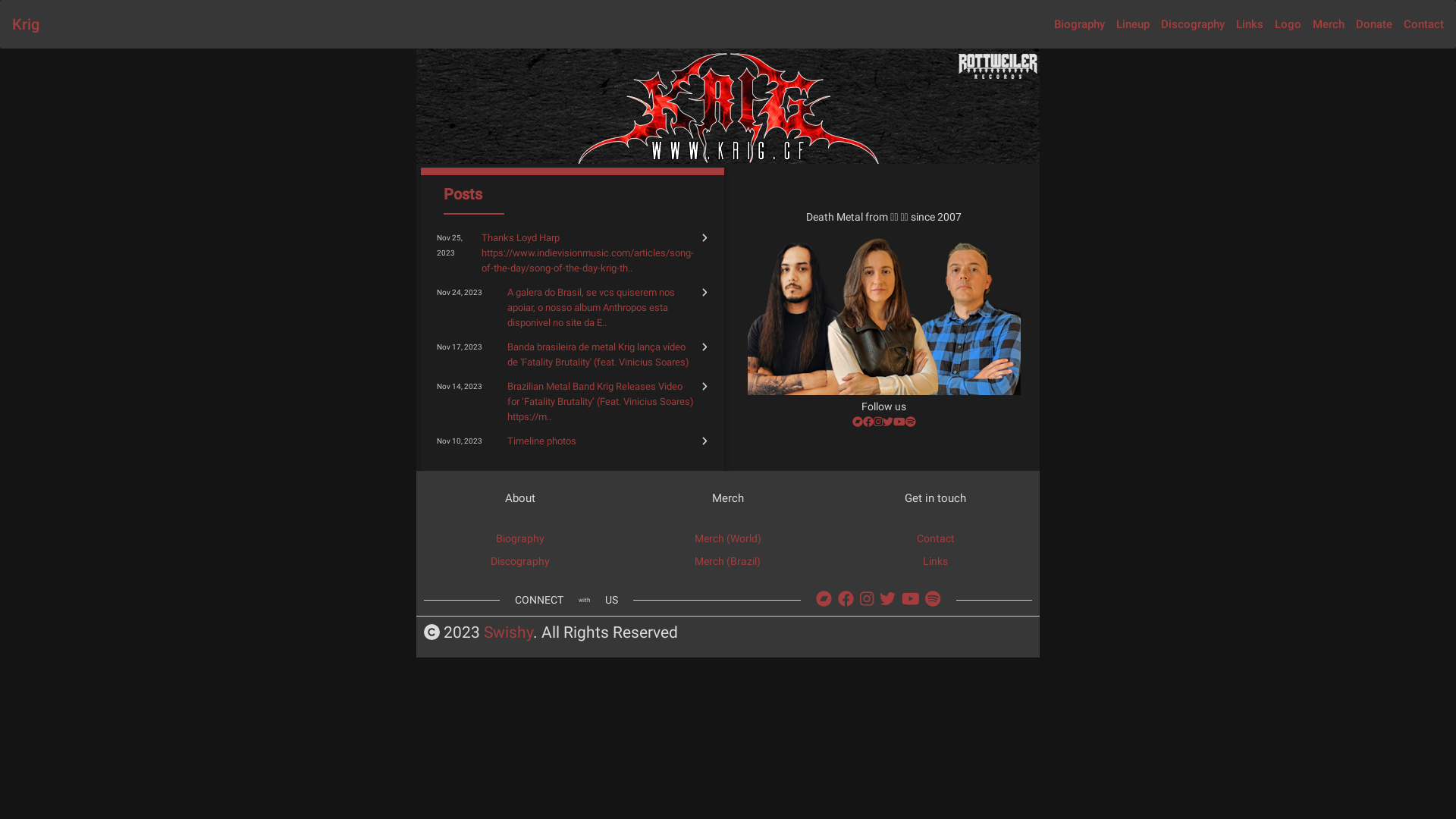 The width and height of the screenshot is (1456, 819). What do you see at coordinates (899, 421) in the screenshot?
I see `'Youtube'` at bounding box center [899, 421].